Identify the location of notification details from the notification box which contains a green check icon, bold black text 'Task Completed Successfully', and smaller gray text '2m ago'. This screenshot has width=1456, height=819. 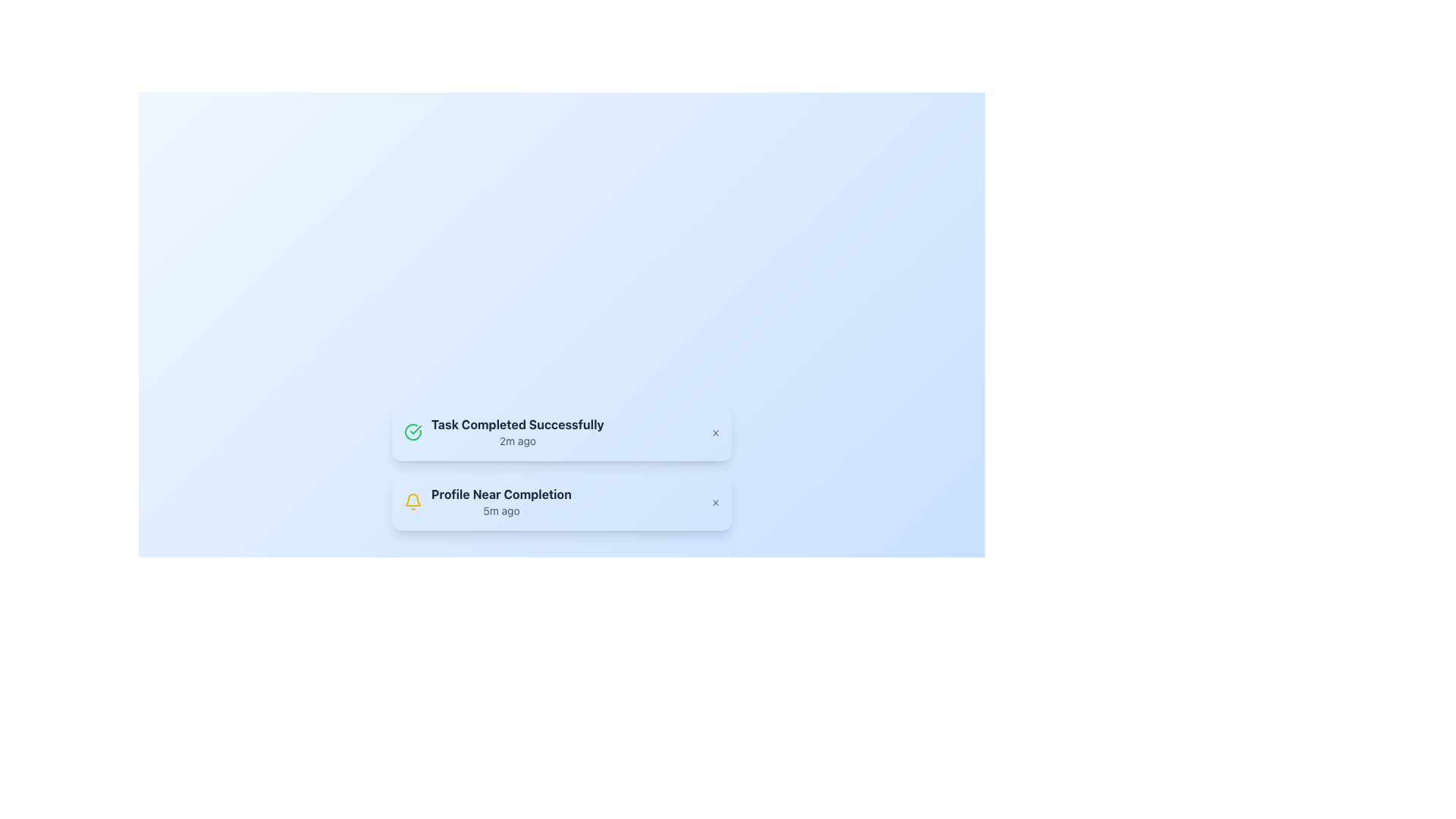
(560, 432).